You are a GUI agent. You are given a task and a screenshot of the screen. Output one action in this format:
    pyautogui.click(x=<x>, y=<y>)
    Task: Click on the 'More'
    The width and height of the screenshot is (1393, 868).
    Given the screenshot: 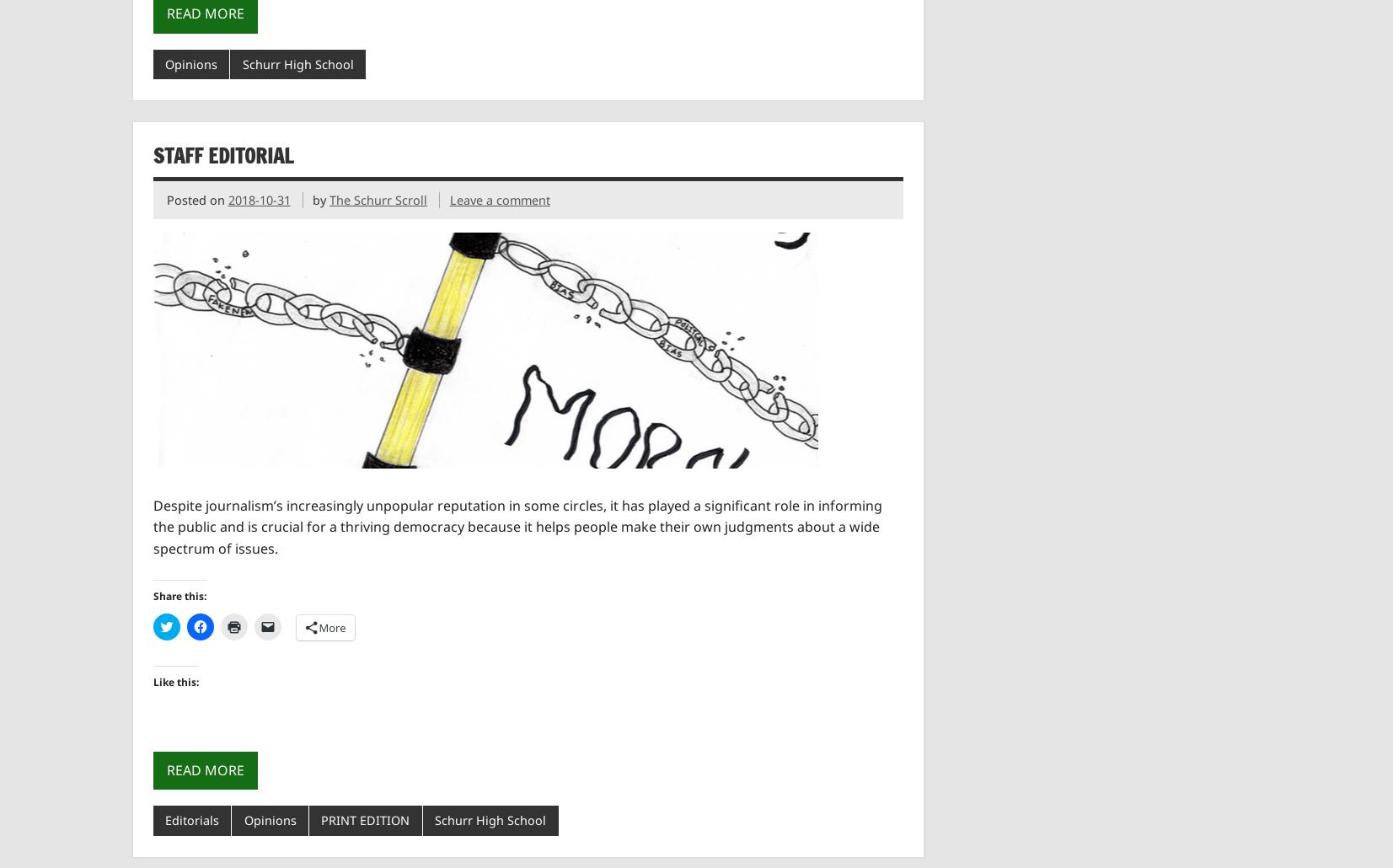 What is the action you would take?
    pyautogui.click(x=331, y=626)
    